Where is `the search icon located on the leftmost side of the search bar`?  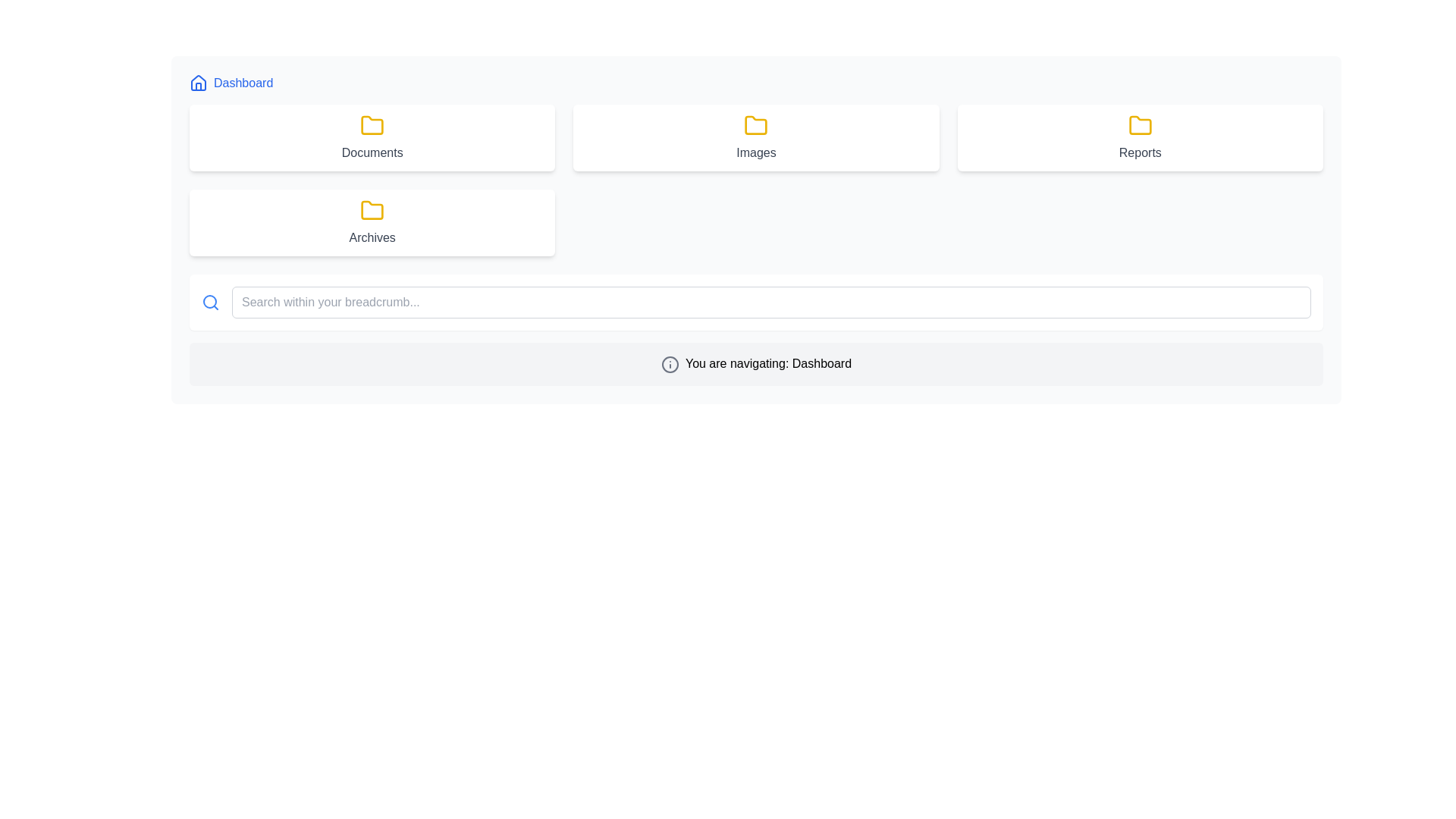 the search icon located on the leftmost side of the search bar is located at coordinates (210, 302).